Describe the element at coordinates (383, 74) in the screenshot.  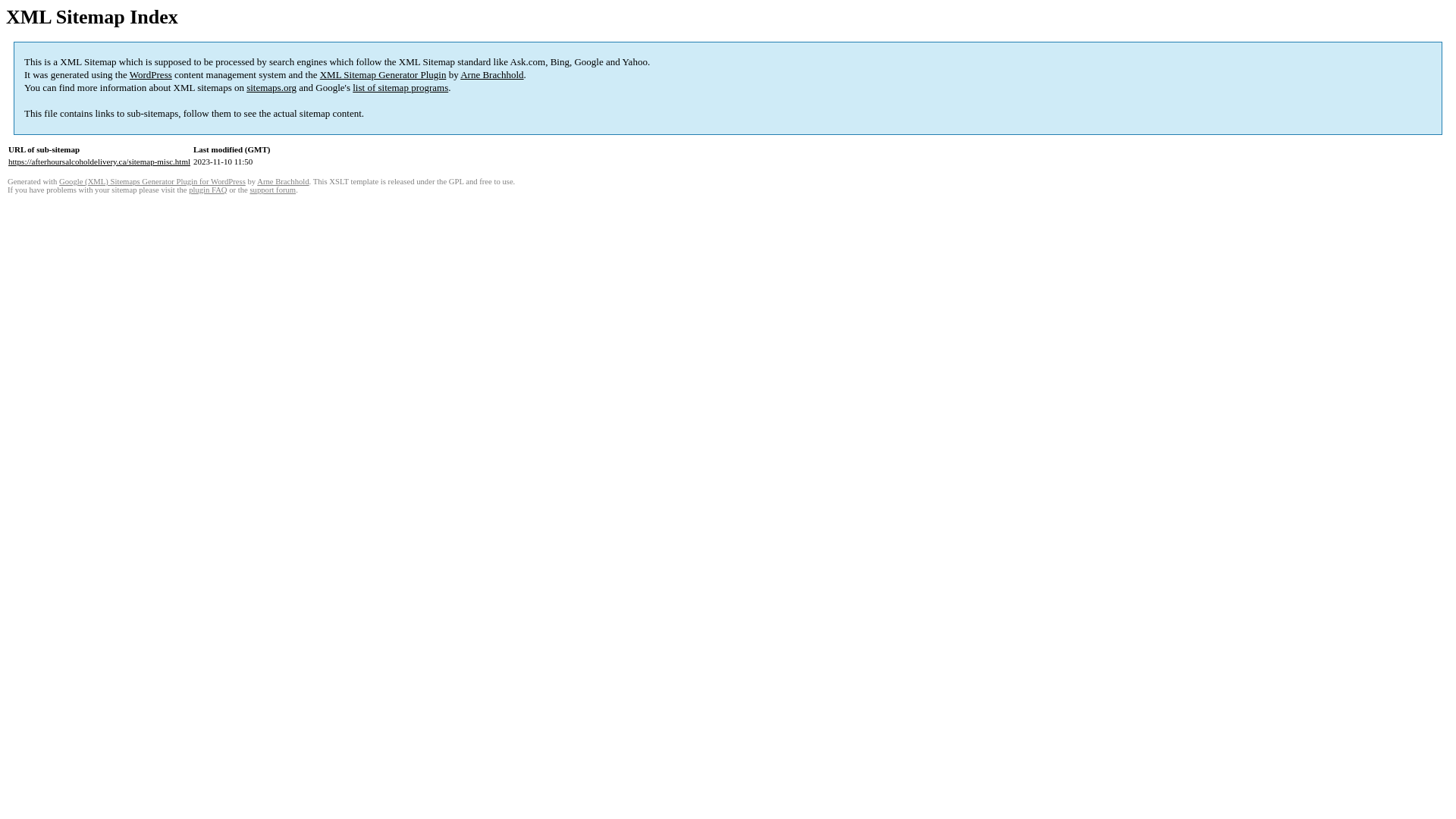
I see `'XML Sitemap Generator Plugin'` at that location.